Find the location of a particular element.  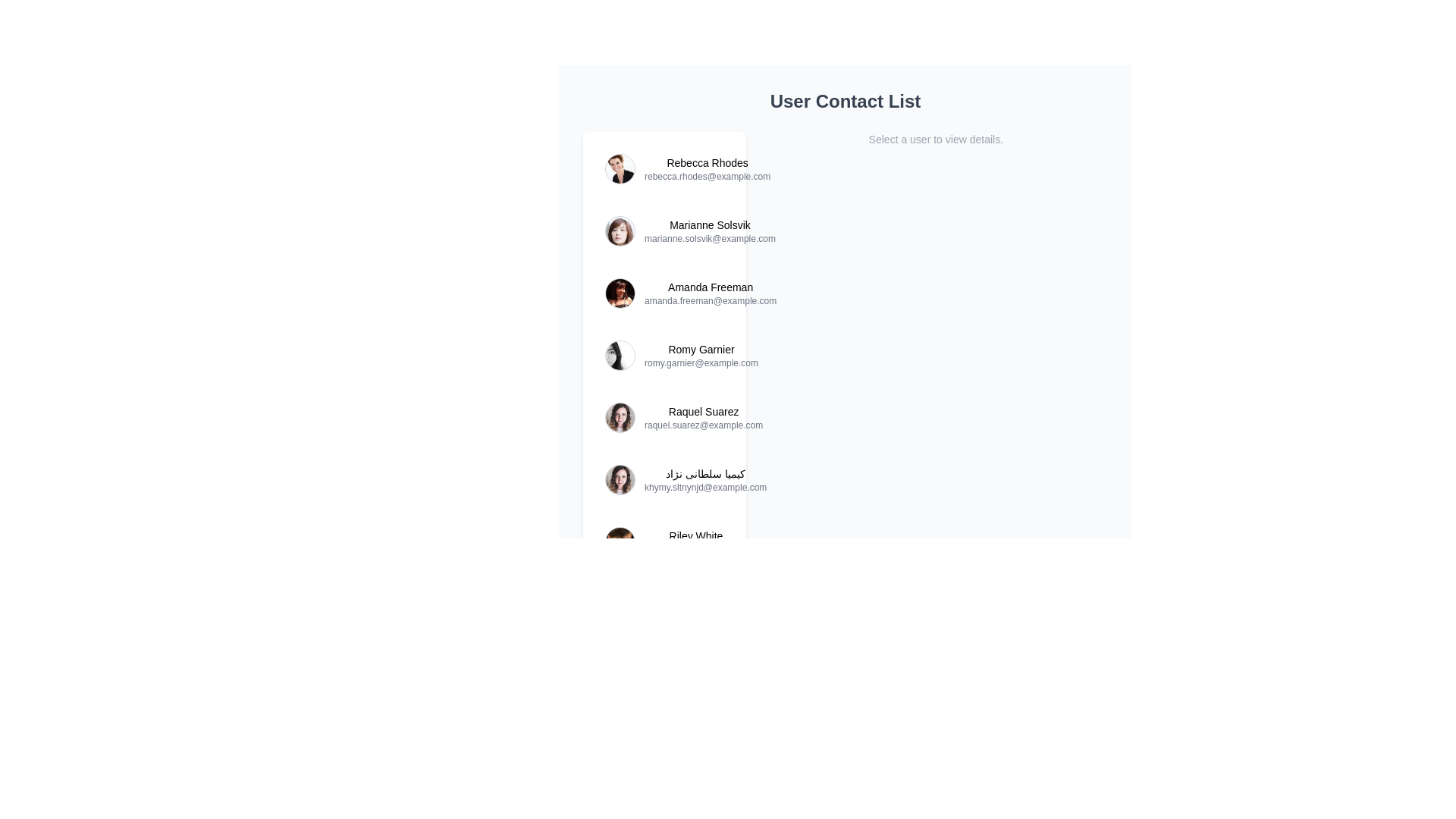

email address displayed in the text label showing 'amanda.freeman@example.com', which is styled with a small font and gray color, positioned directly below the name 'Amanda Freeman' in the user contact list is located at coordinates (710, 301).